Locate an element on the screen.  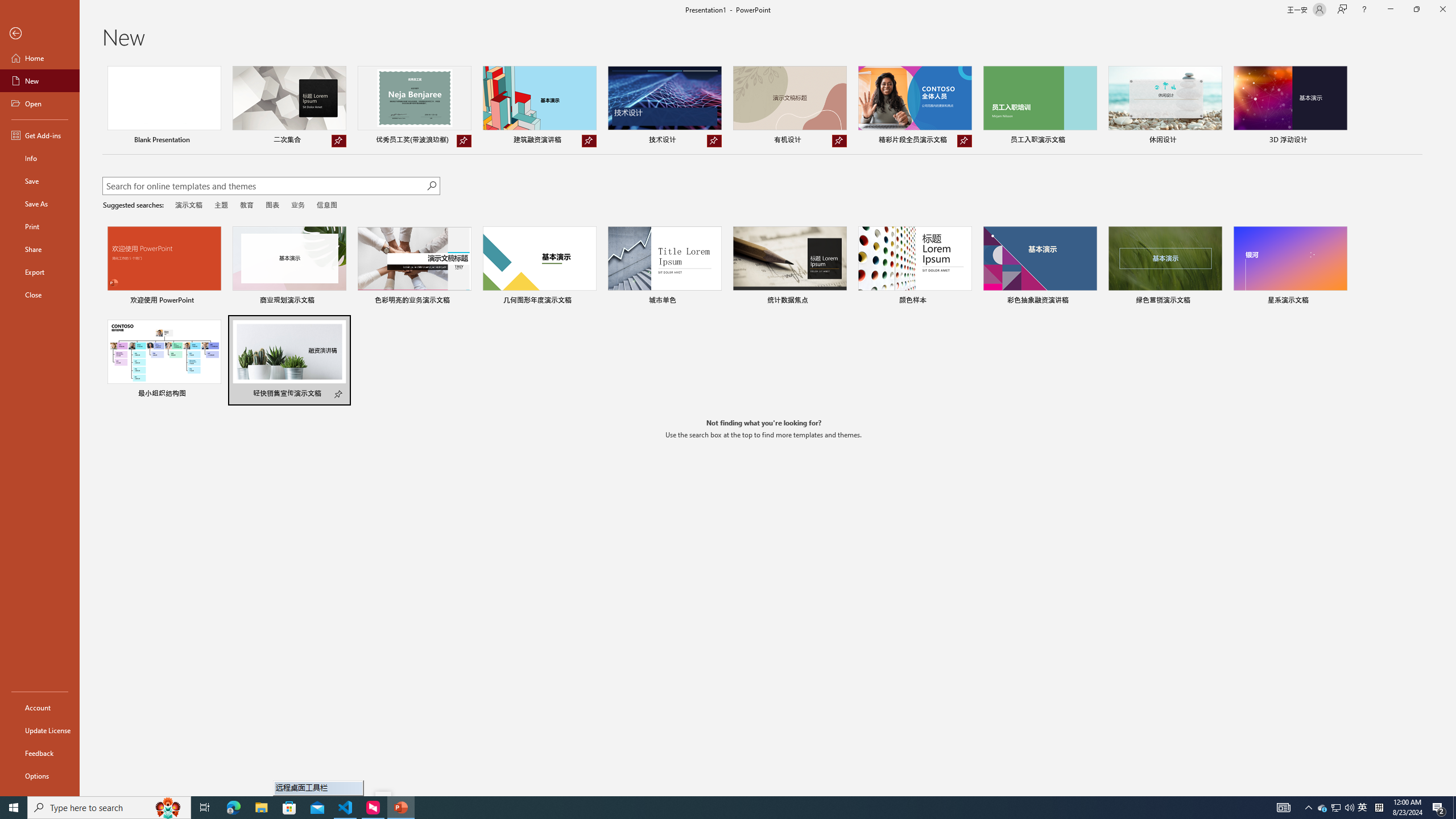
'Search for online templates and themes' is located at coordinates (264, 187).